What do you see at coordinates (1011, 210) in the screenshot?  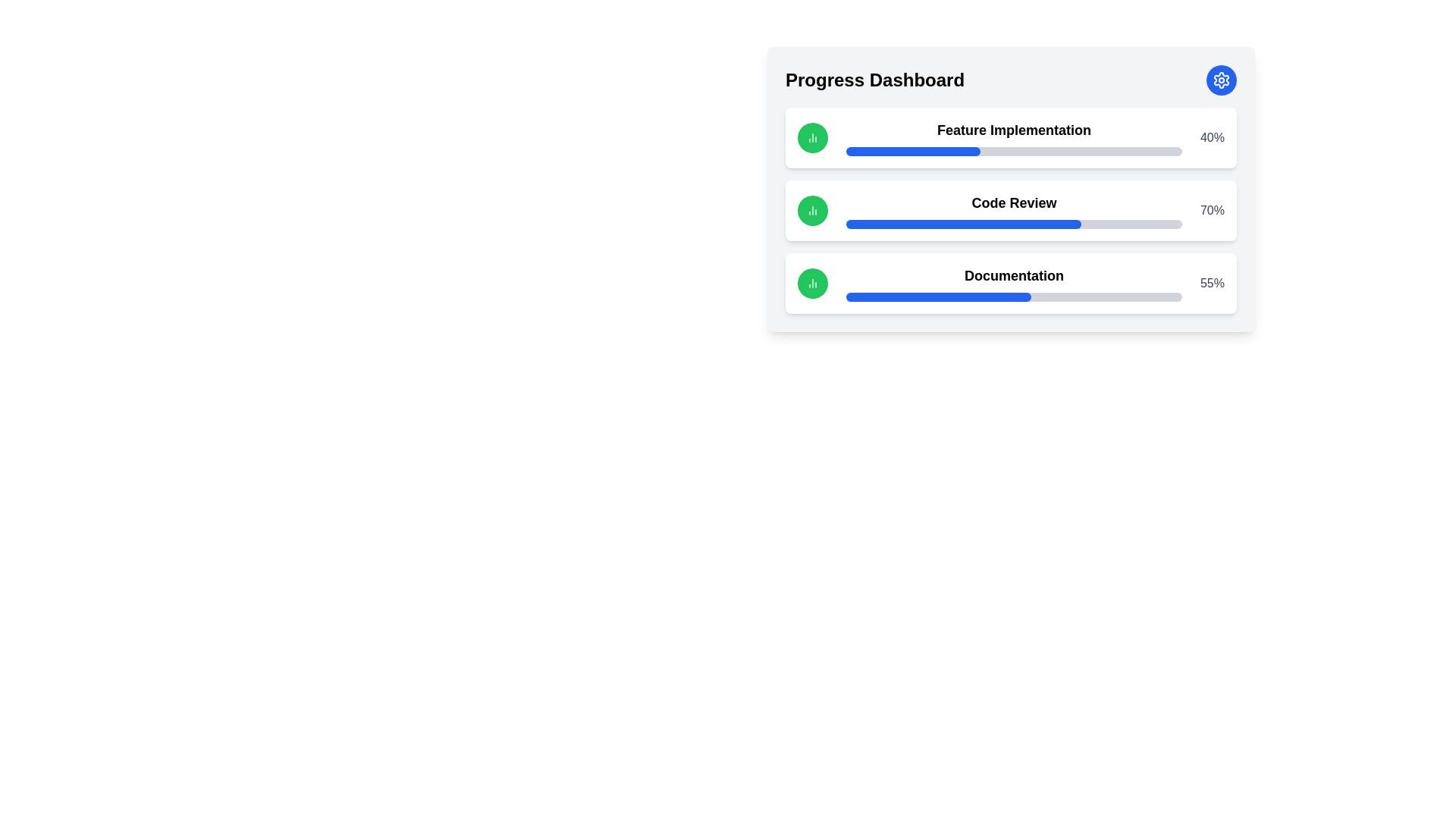 I see `progress percentage displayed in the 'Code Review' progress tracker widget, which shows '70%'` at bounding box center [1011, 210].